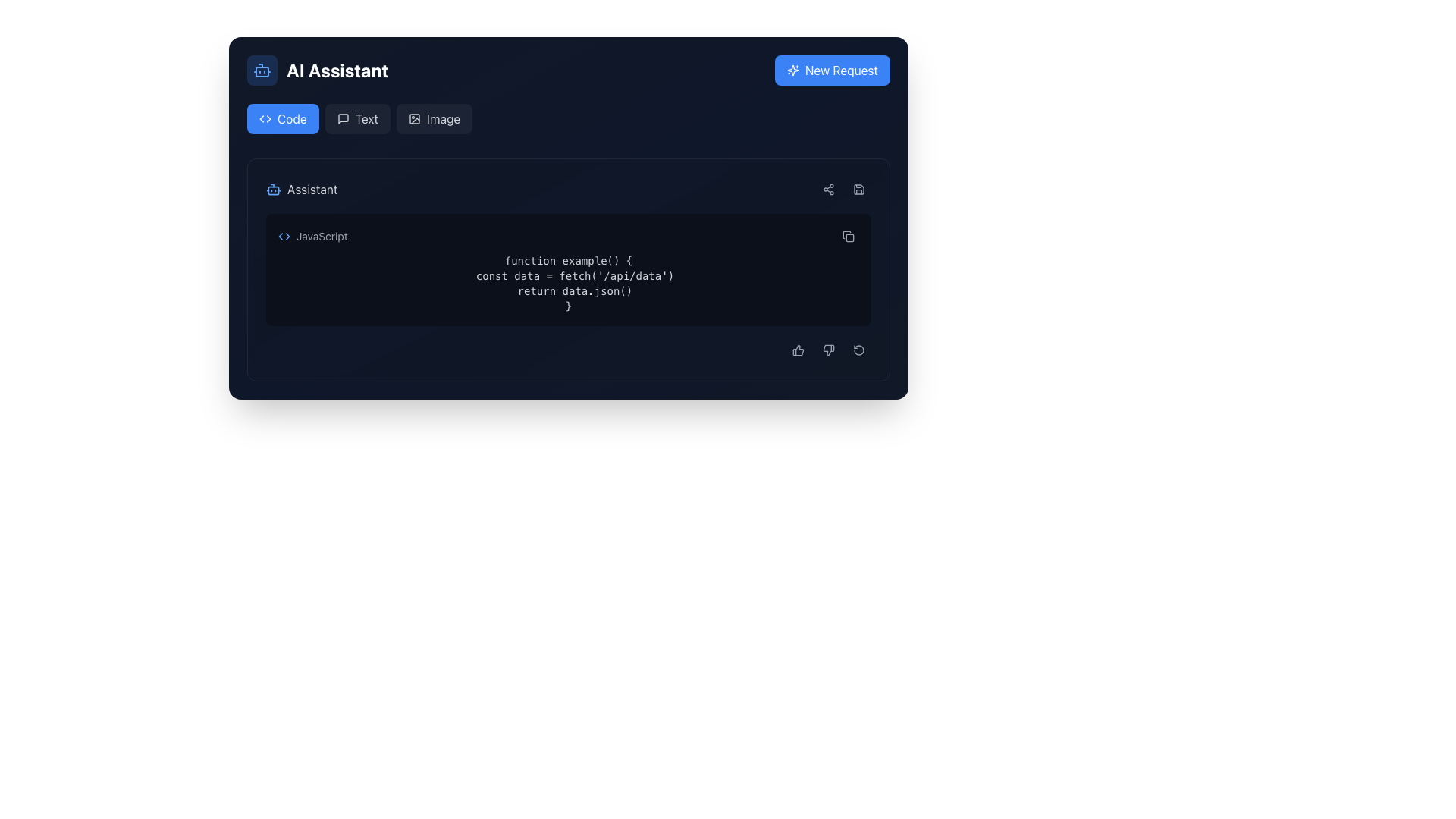 The height and width of the screenshot is (819, 1456). What do you see at coordinates (434, 118) in the screenshot?
I see `keyboard navigation` at bounding box center [434, 118].